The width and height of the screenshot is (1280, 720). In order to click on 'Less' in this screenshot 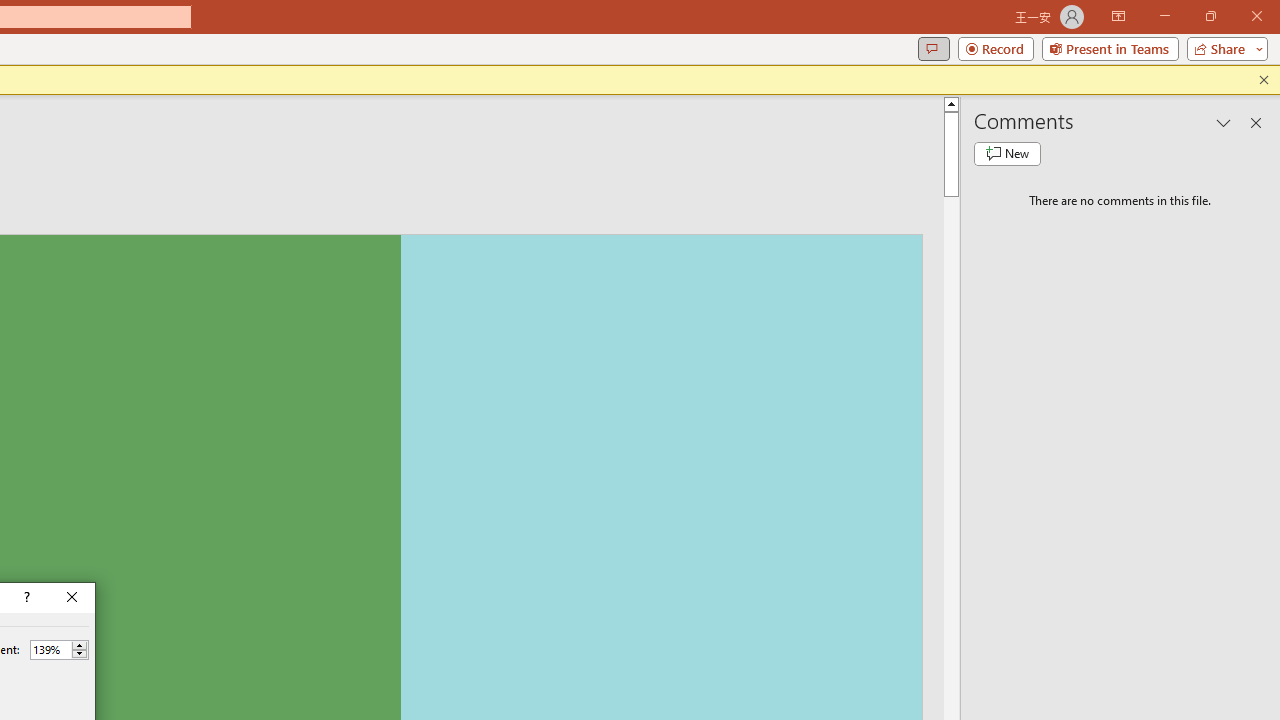, I will do `click(79, 654)`.